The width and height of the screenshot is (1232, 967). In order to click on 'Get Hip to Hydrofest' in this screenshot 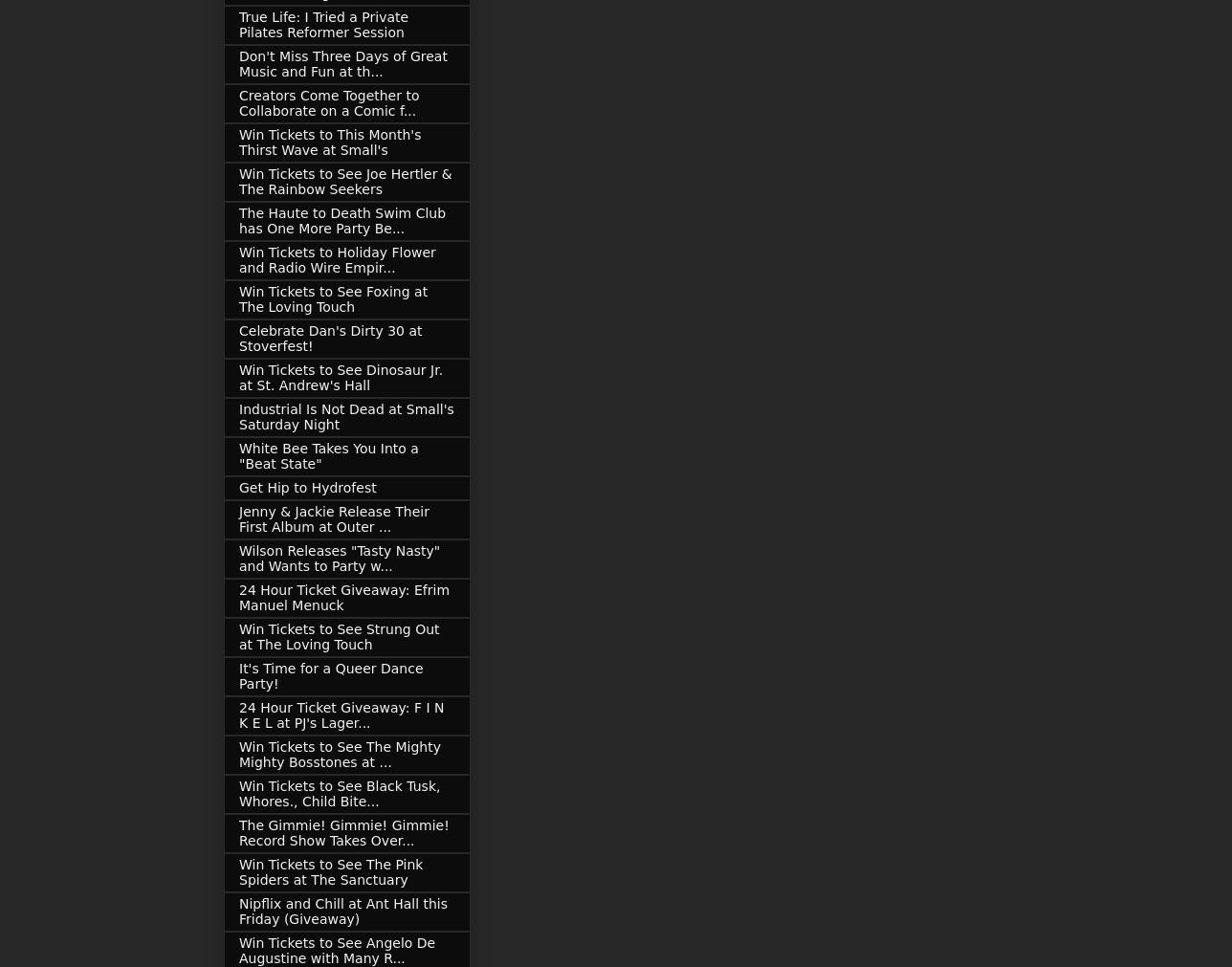, I will do `click(307, 488)`.